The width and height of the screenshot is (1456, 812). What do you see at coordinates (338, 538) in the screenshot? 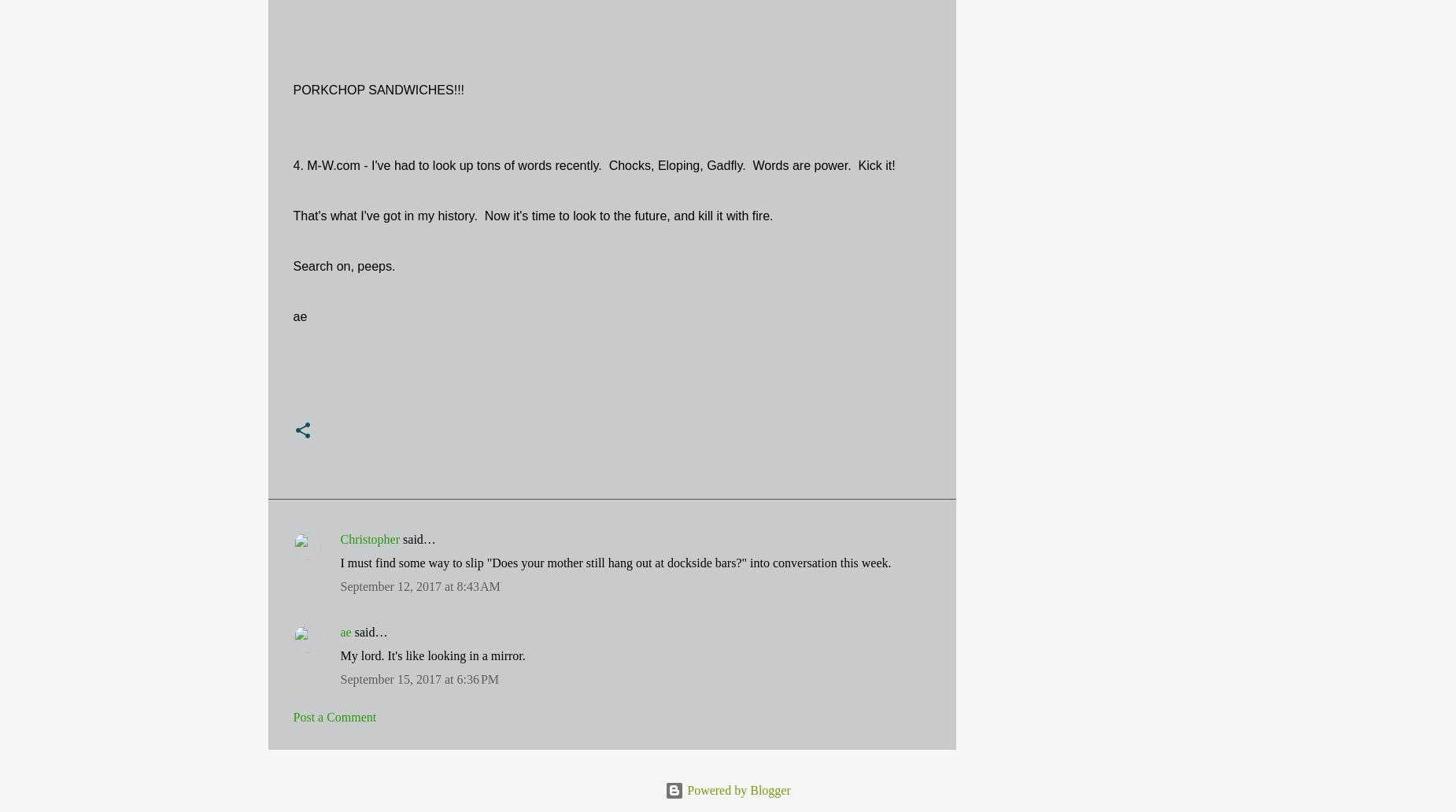
I see `'Christopher'` at bounding box center [338, 538].